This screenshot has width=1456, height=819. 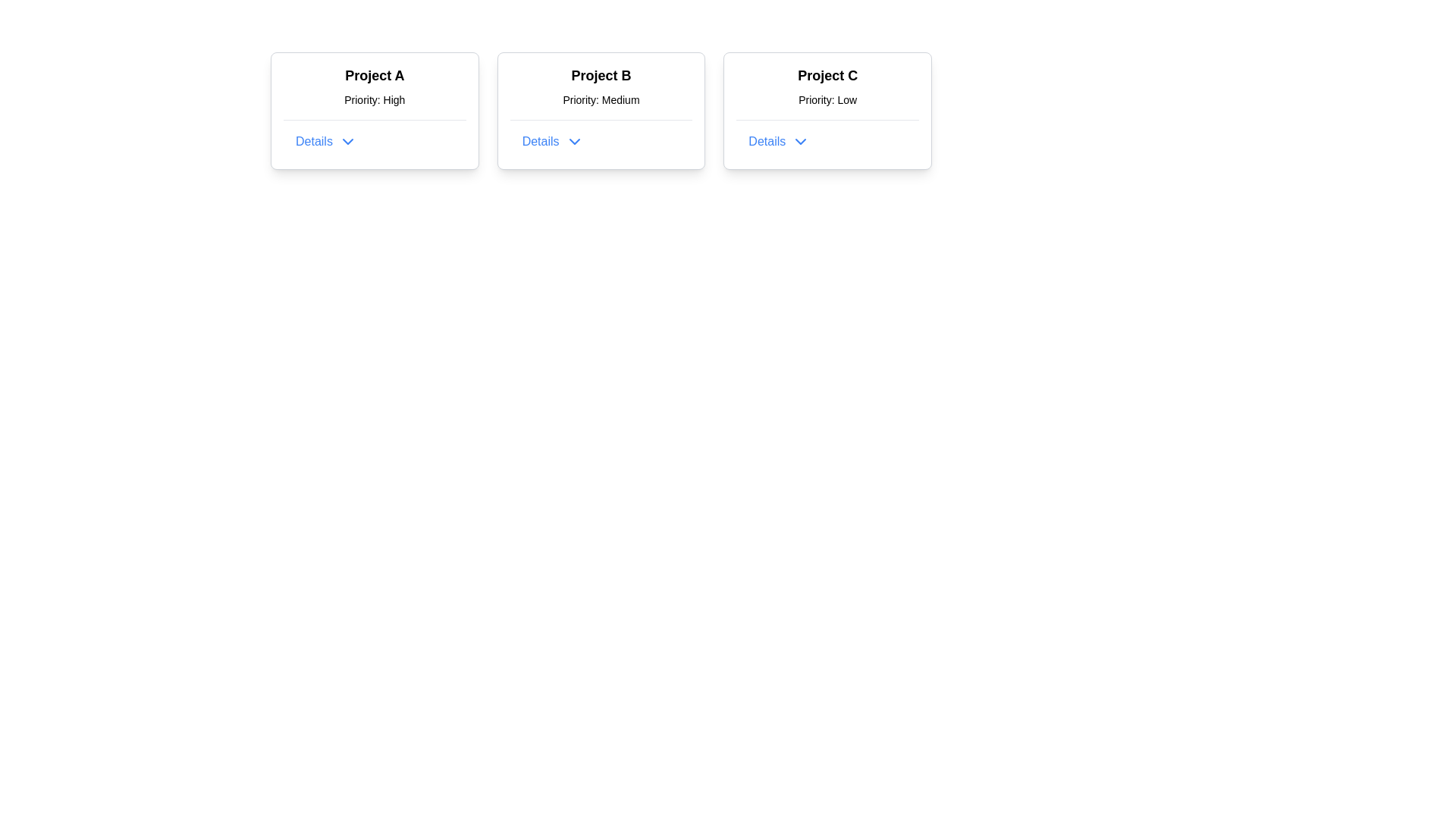 What do you see at coordinates (800, 141) in the screenshot?
I see `the chevron icon located to the right of the 'Details' text within the 'Project C' card` at bounding box center [800, 141].